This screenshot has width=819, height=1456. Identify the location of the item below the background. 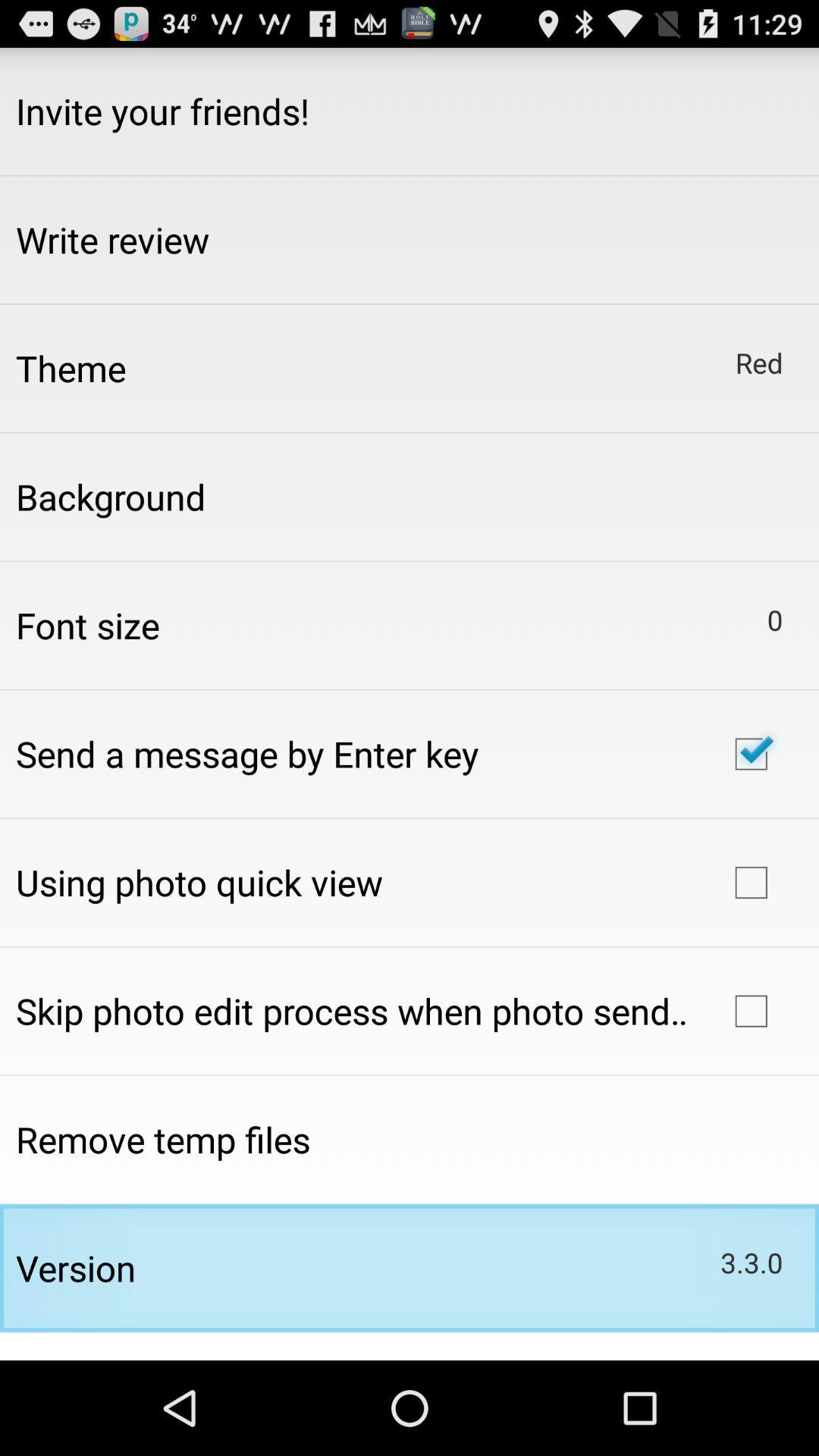
(87, 625).